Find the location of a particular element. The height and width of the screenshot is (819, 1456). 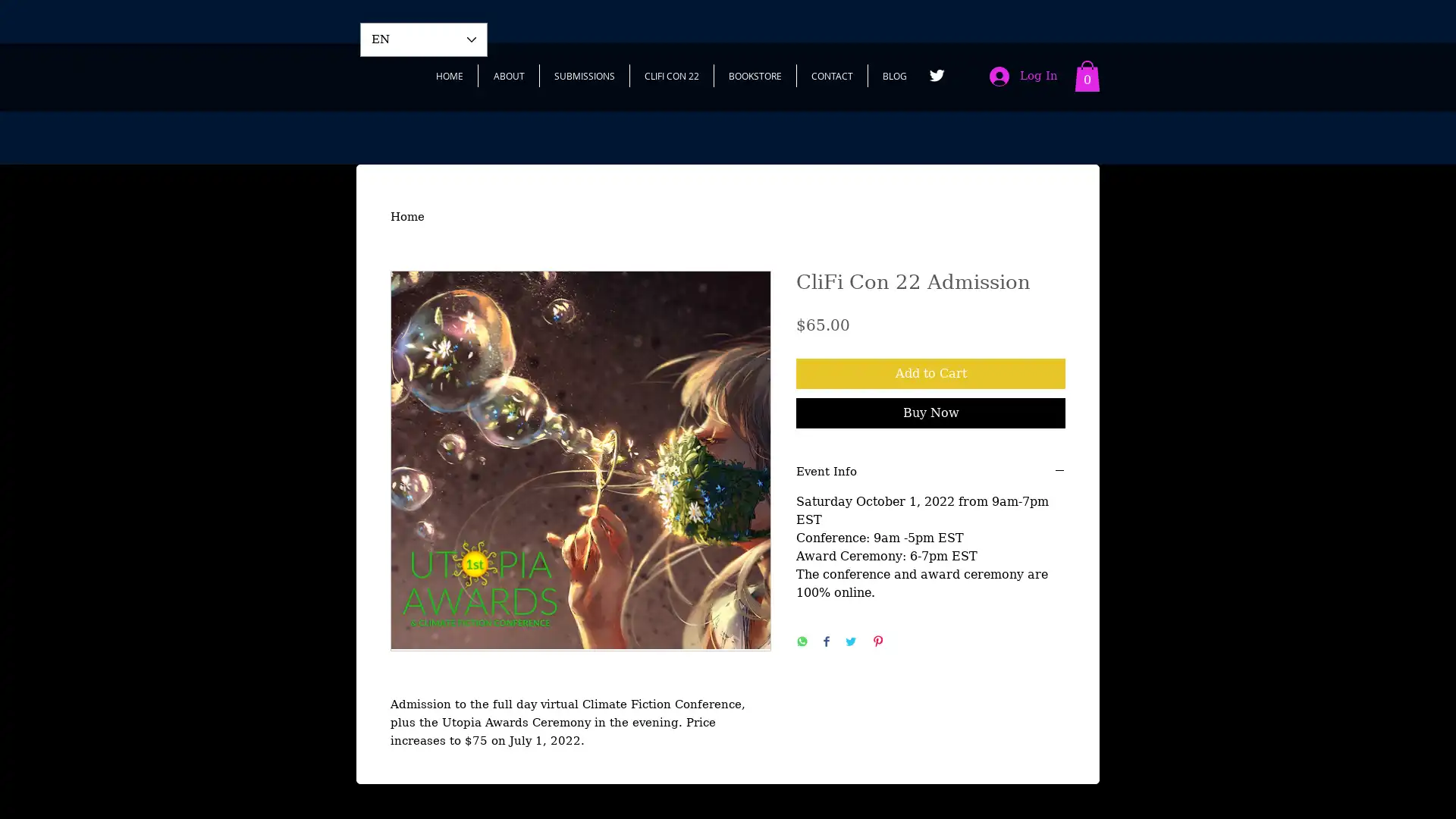

Add to Cart is located at coordinates (930, 373).